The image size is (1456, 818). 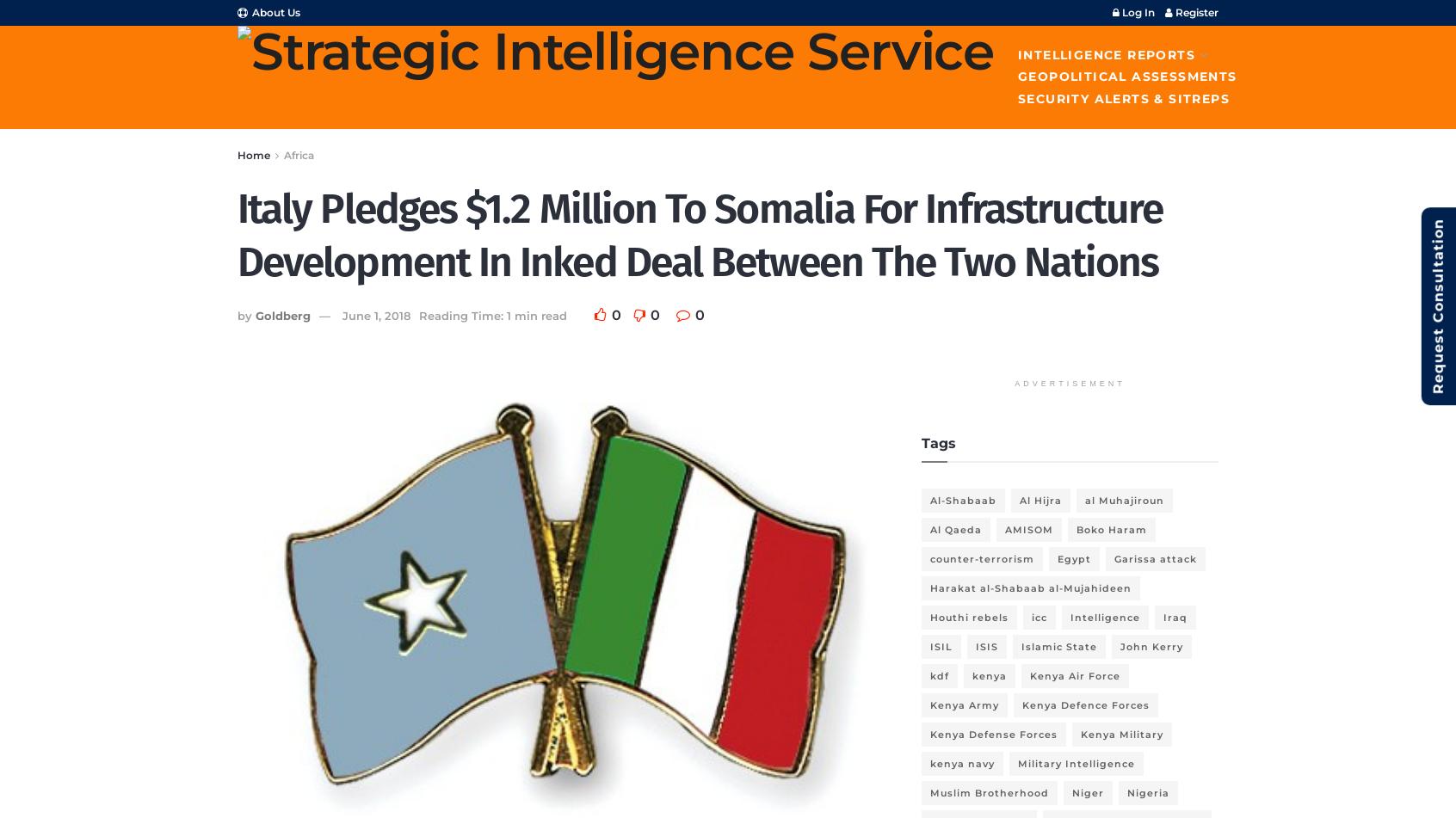 I want to click on 'John Kerry', so click(x=1151, y=645).